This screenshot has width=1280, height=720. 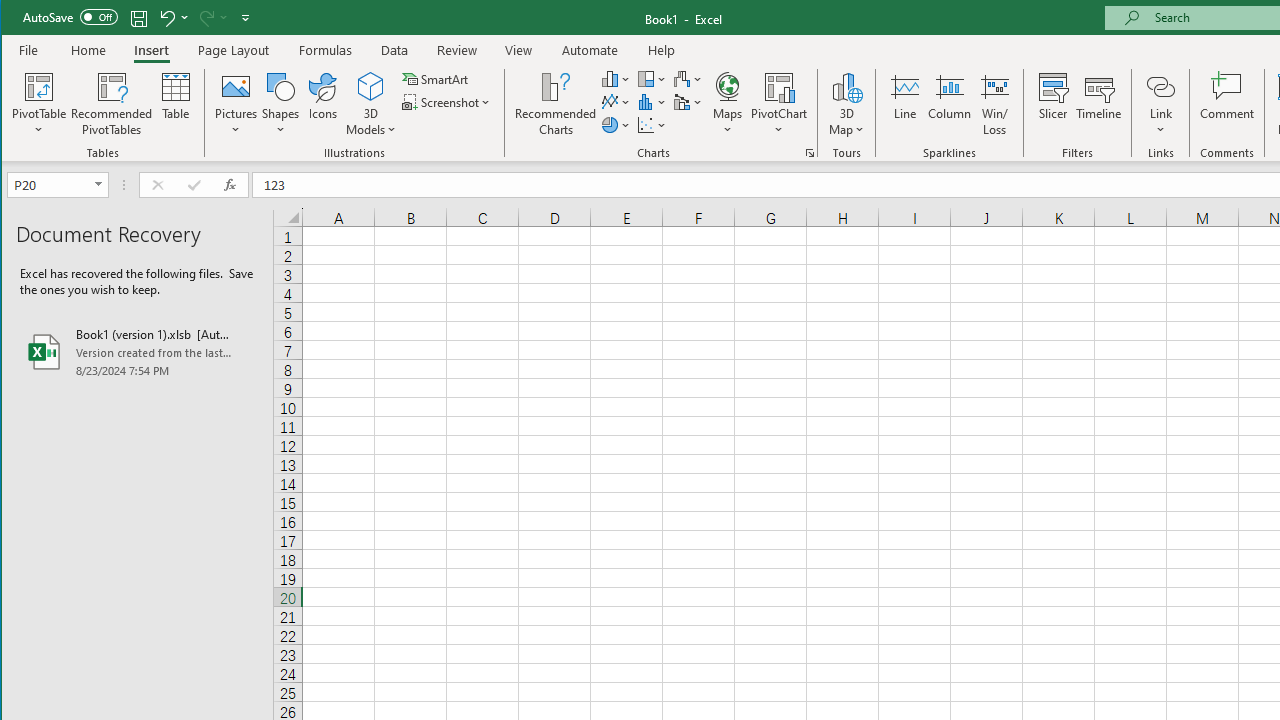 I want to click on '3D Models', so click(x=371, y=104).